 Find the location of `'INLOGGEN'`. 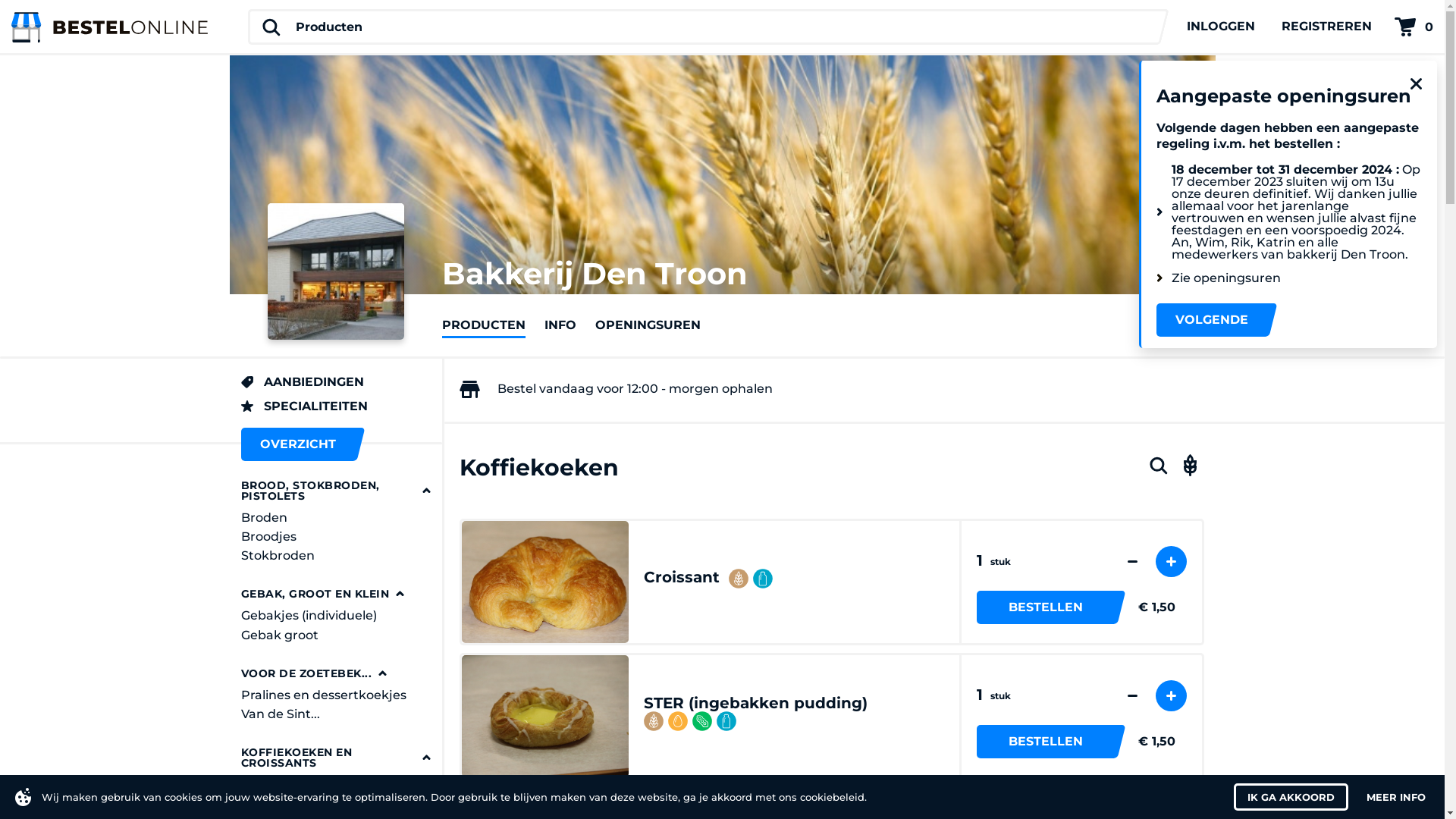

'INLOGGEN' is located at coordinates (1220, 26).